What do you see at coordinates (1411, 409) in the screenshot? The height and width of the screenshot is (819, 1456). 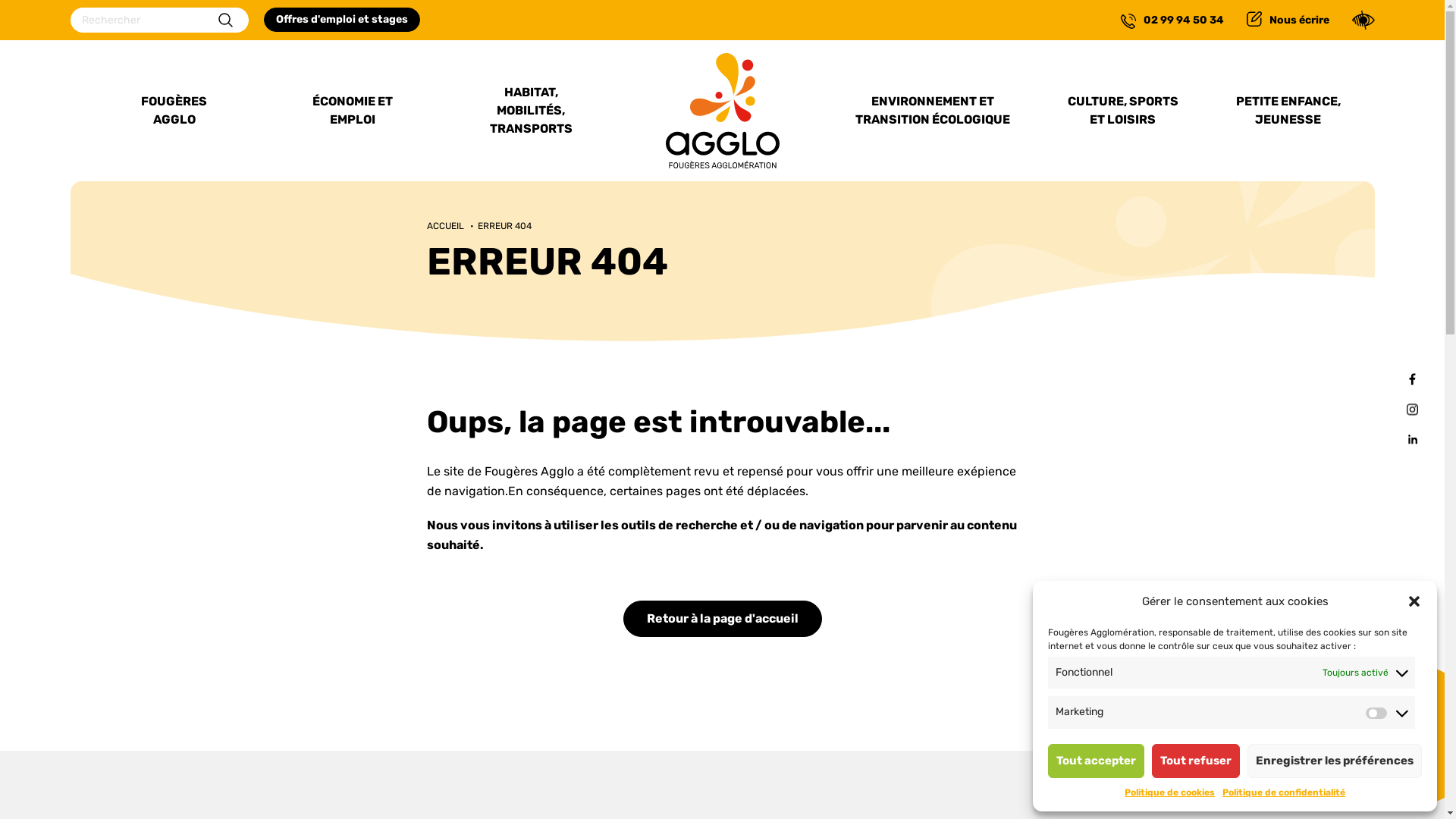 I see `'Instagram'` at bounding box center [1411, 409].